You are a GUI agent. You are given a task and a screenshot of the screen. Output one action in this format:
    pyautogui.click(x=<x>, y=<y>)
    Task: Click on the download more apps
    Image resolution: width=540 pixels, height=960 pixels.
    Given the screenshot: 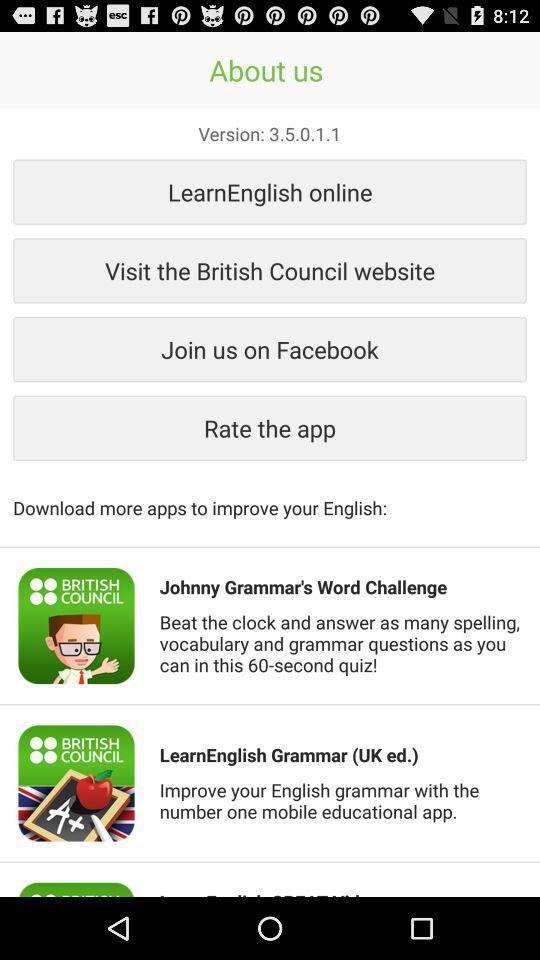 What is the action you would take?
    pyautogui.click(x=270, y=496)
    